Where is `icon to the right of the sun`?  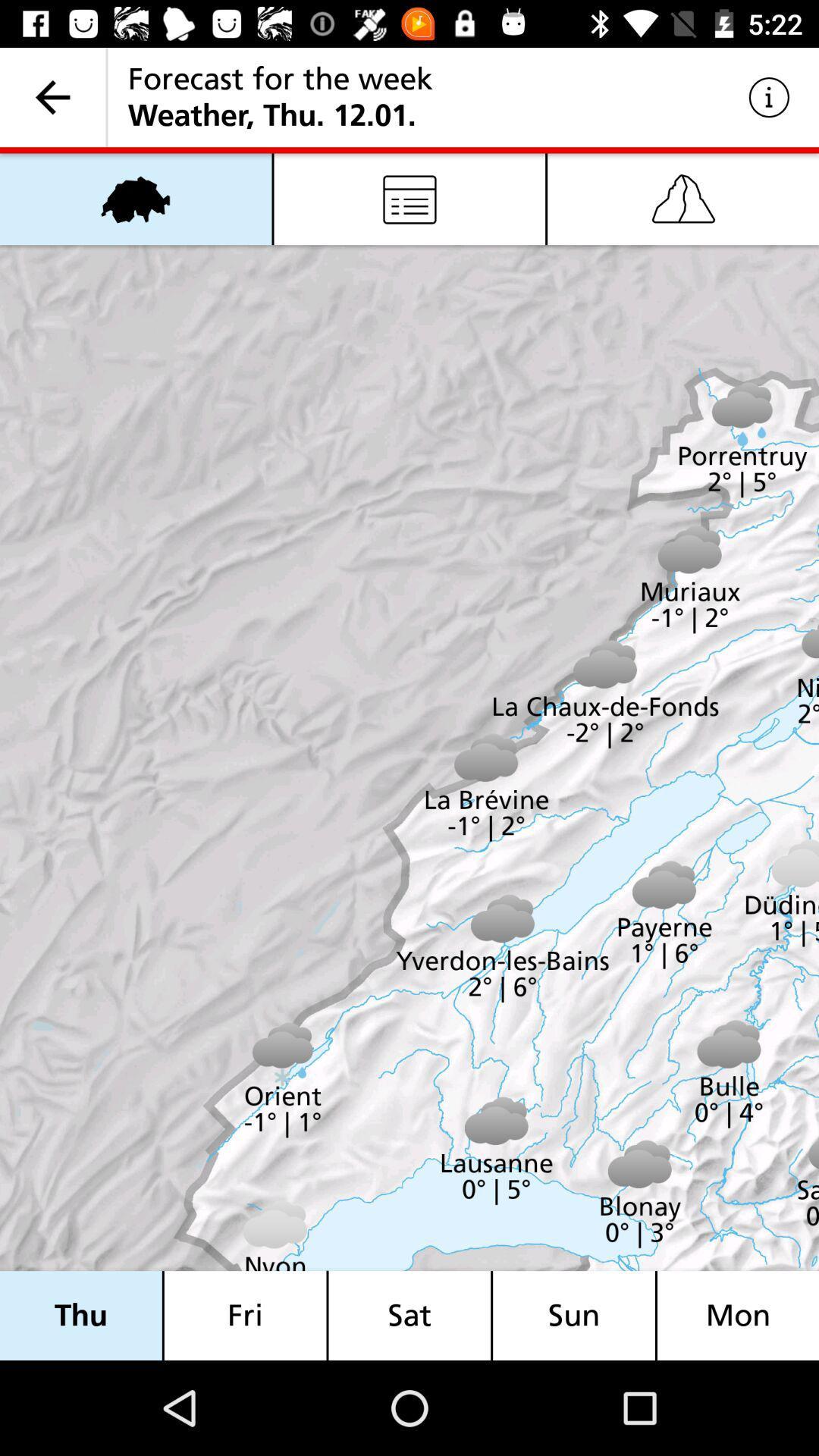 icon to the right of the sun is located at coordinates (737, 1315).